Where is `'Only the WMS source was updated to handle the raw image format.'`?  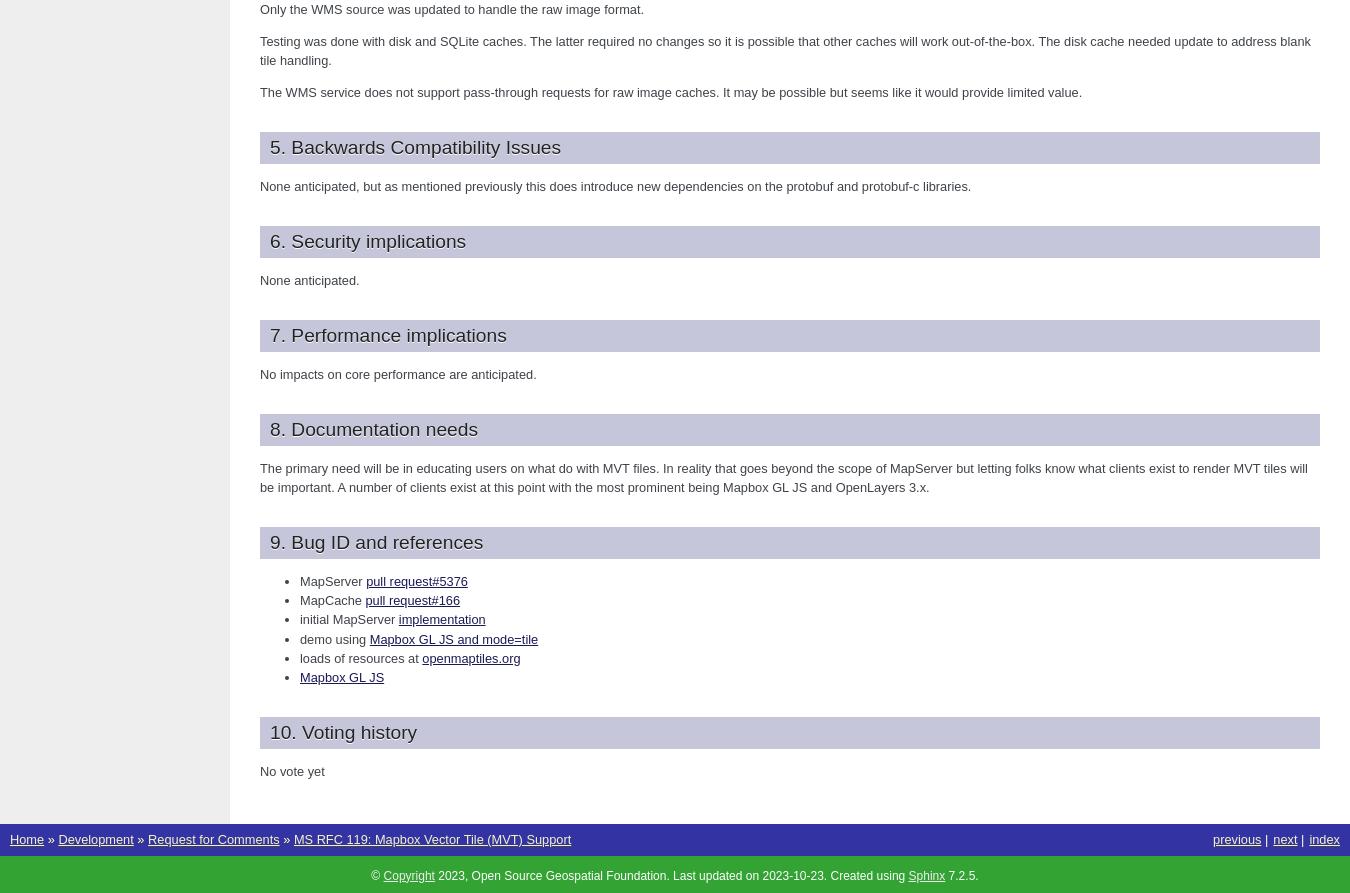 'Only the WMS source was updated to handle the raw image format.' is located at coordinates (450, 8).